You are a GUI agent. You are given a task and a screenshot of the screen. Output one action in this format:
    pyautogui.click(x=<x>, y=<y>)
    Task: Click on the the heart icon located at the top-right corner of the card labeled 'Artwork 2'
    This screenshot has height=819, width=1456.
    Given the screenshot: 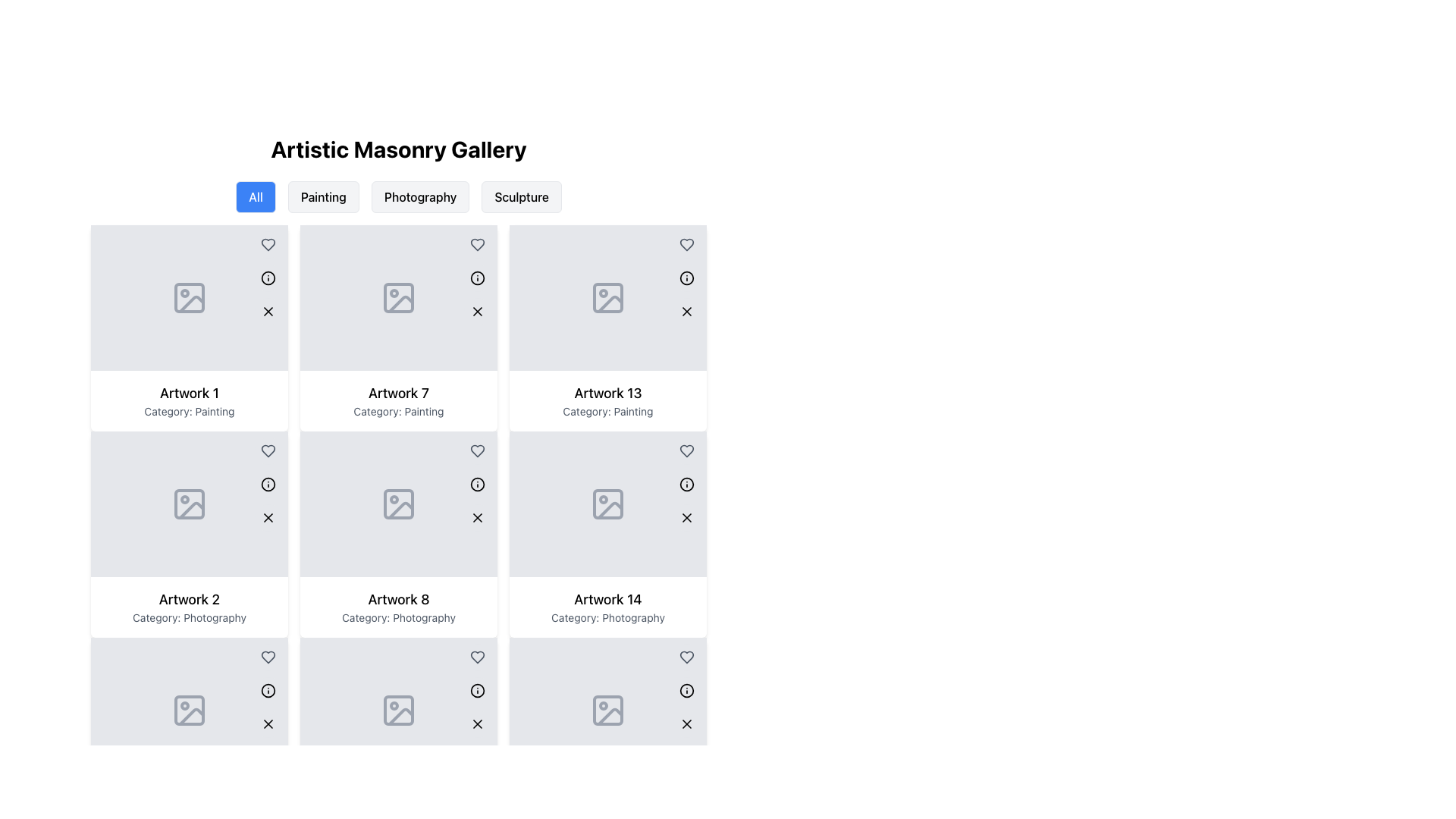 What is the action you would take?
    pyautogui.click(x=268, y=657)
    